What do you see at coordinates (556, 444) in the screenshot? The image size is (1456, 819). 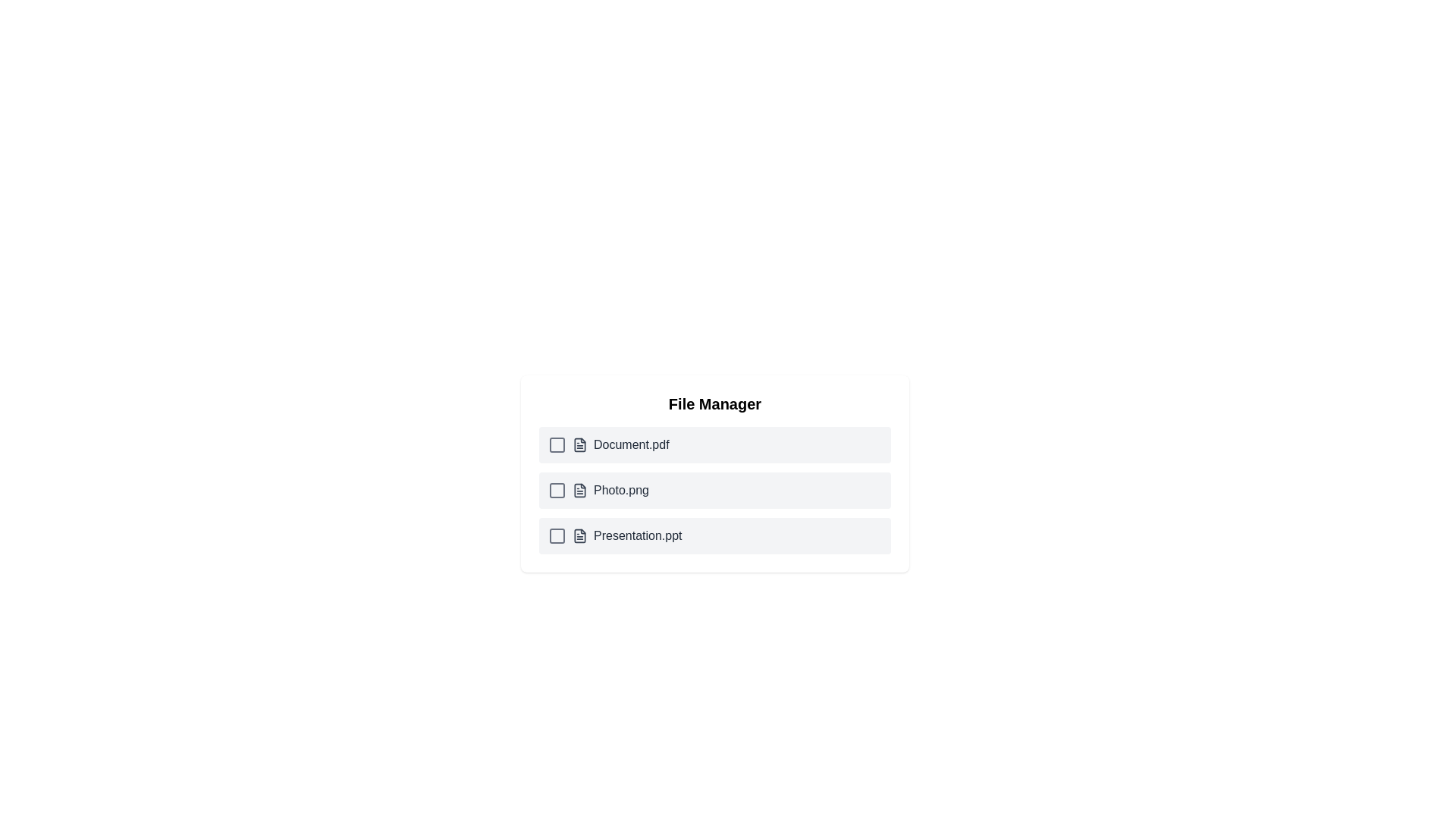 I see `the small square icon with rounded corners located to the left of the label 'Document.pdf' in the file manager interface` at bounding box center [556, 444].